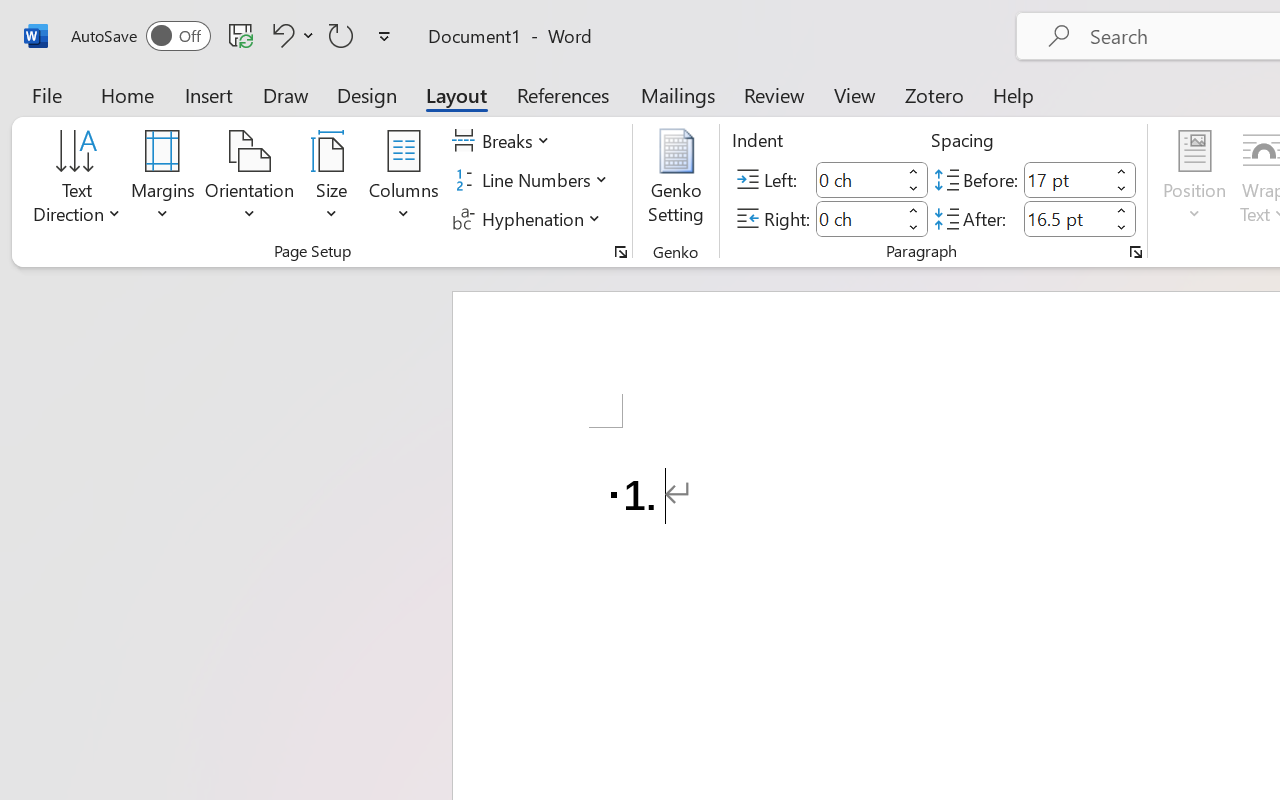 This screenshot has width=1280, height=800. I want to click on 'Indent Right', so click(858, 218).